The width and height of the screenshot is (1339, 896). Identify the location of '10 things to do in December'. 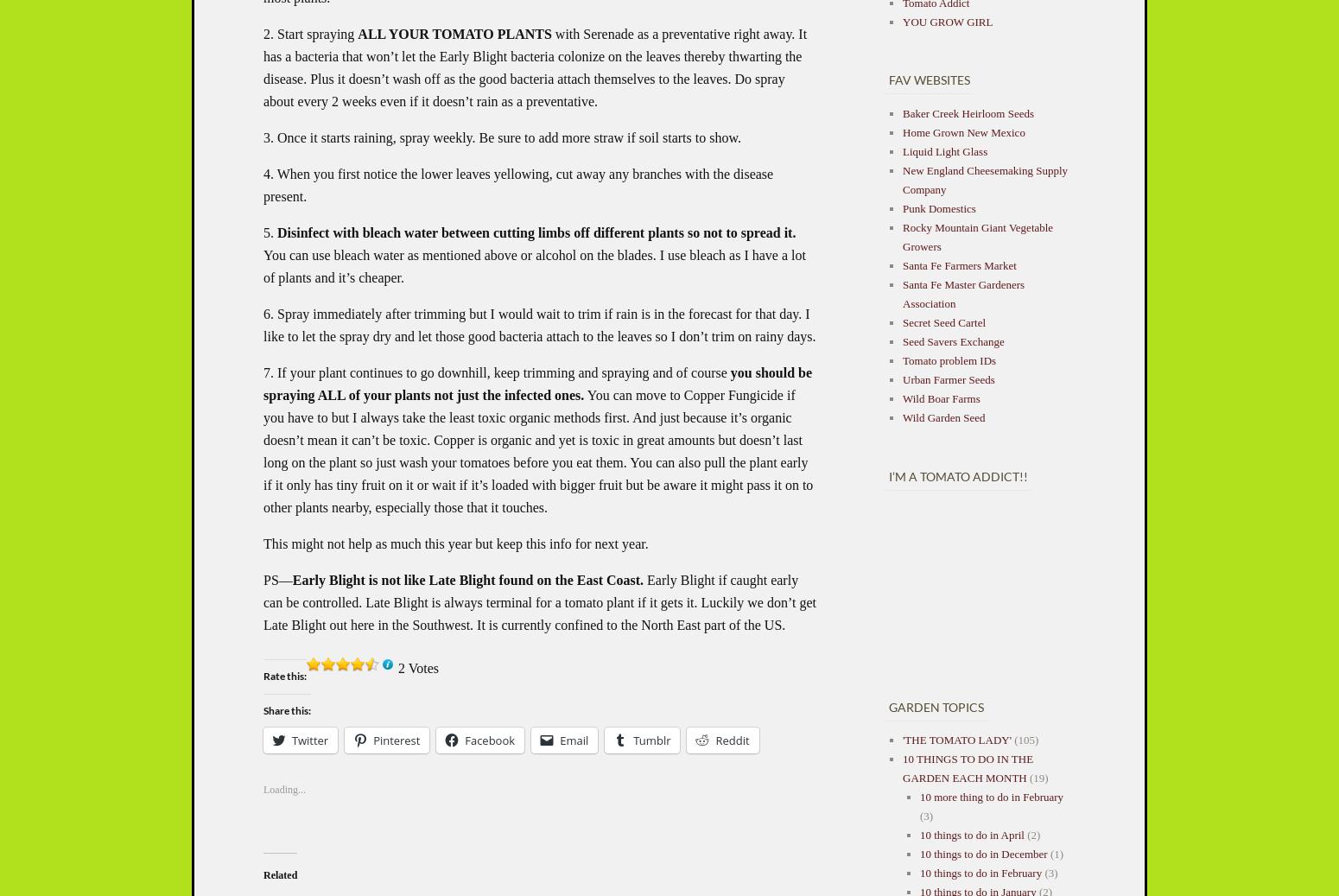
(982, 854).